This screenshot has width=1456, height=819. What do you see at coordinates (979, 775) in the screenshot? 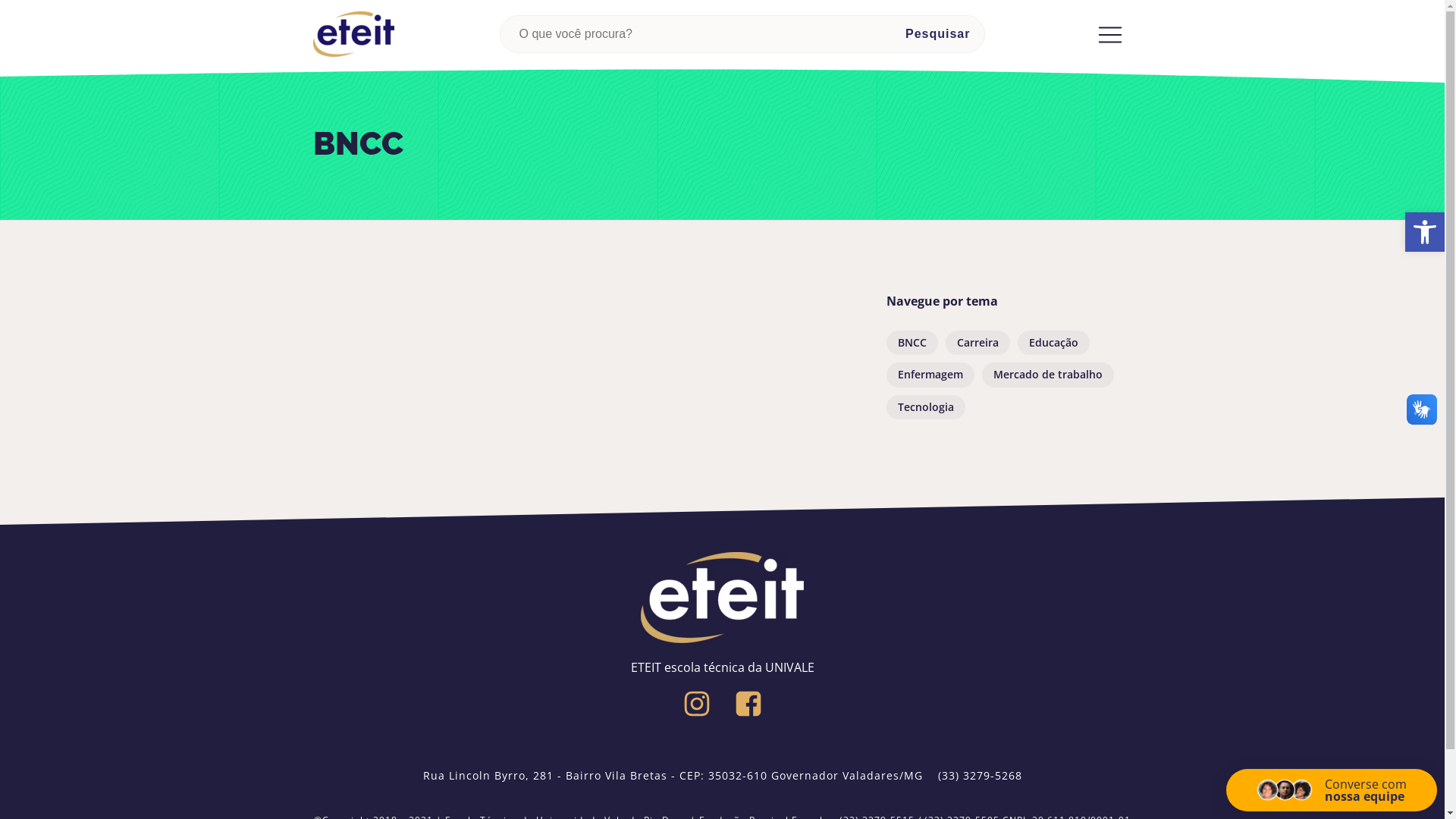
I see `'(33) 3279-5268'` at bounding box center [979, 775].